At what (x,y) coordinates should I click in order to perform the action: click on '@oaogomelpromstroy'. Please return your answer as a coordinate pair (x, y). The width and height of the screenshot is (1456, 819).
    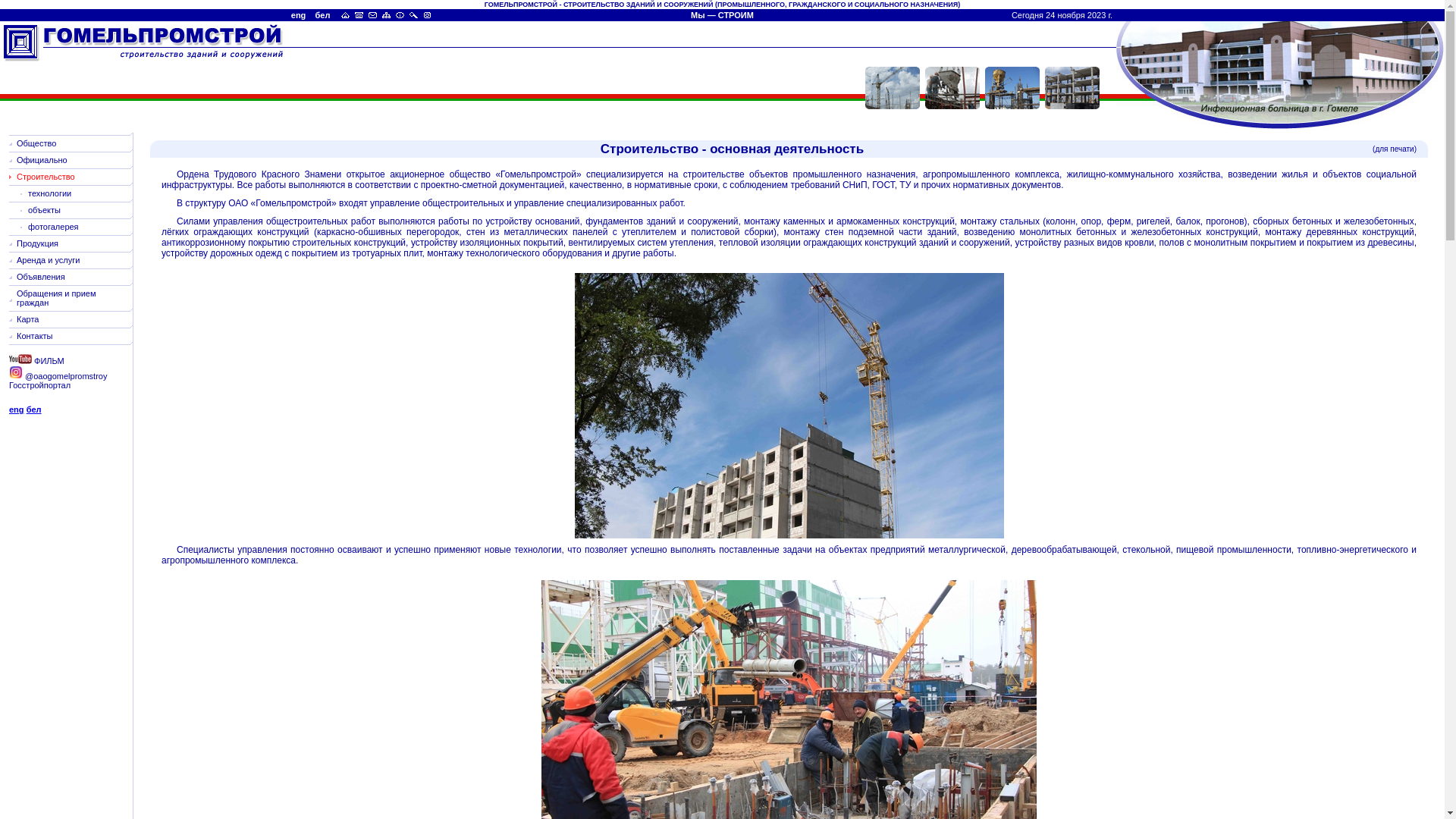
    Looking at the image, I should click on (9, 375).